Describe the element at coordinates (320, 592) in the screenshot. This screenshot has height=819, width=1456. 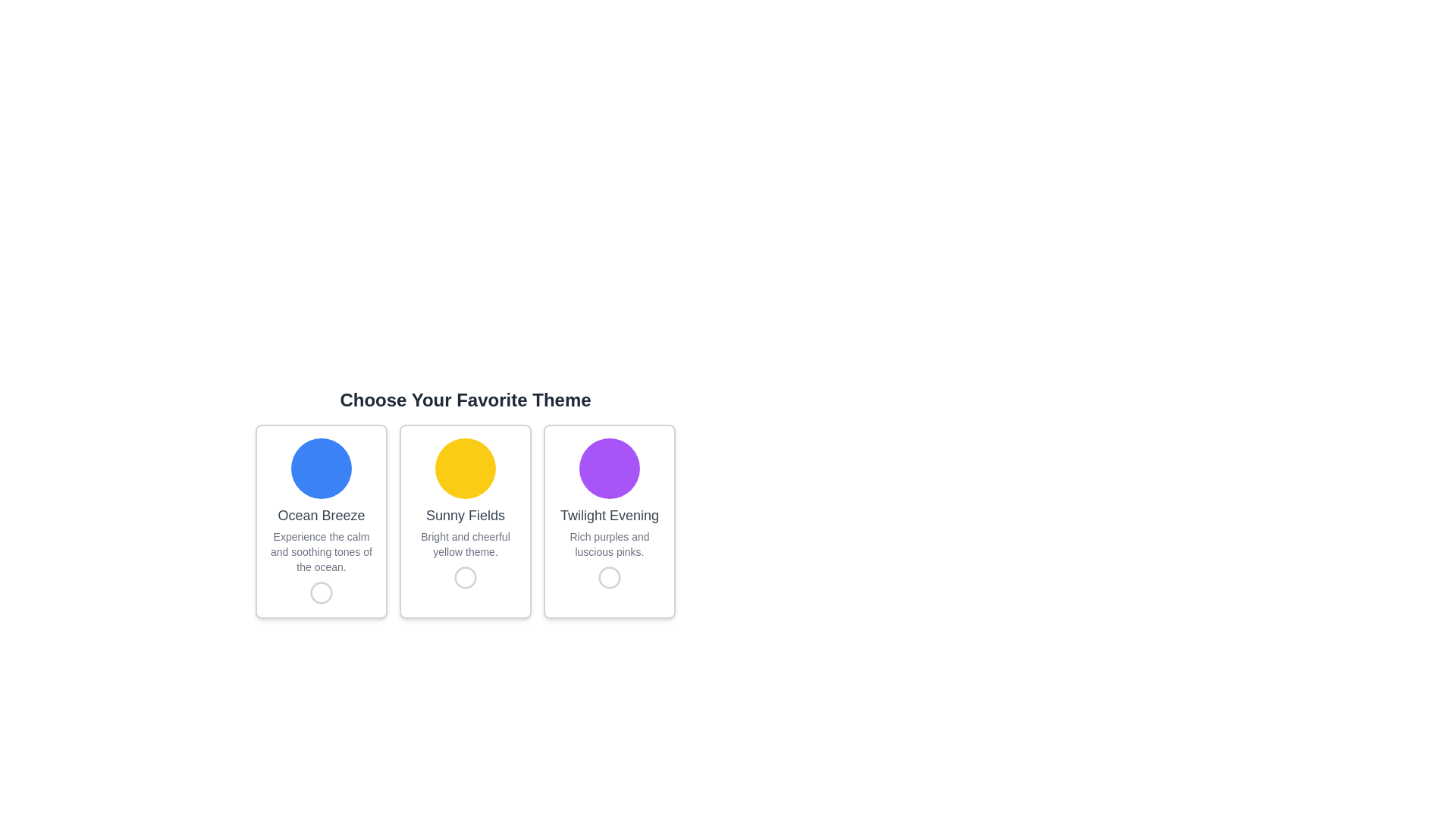
I see `the first gray circle indicator beneath the 'Ocean Breeze' theme option to make a selection` at that location.